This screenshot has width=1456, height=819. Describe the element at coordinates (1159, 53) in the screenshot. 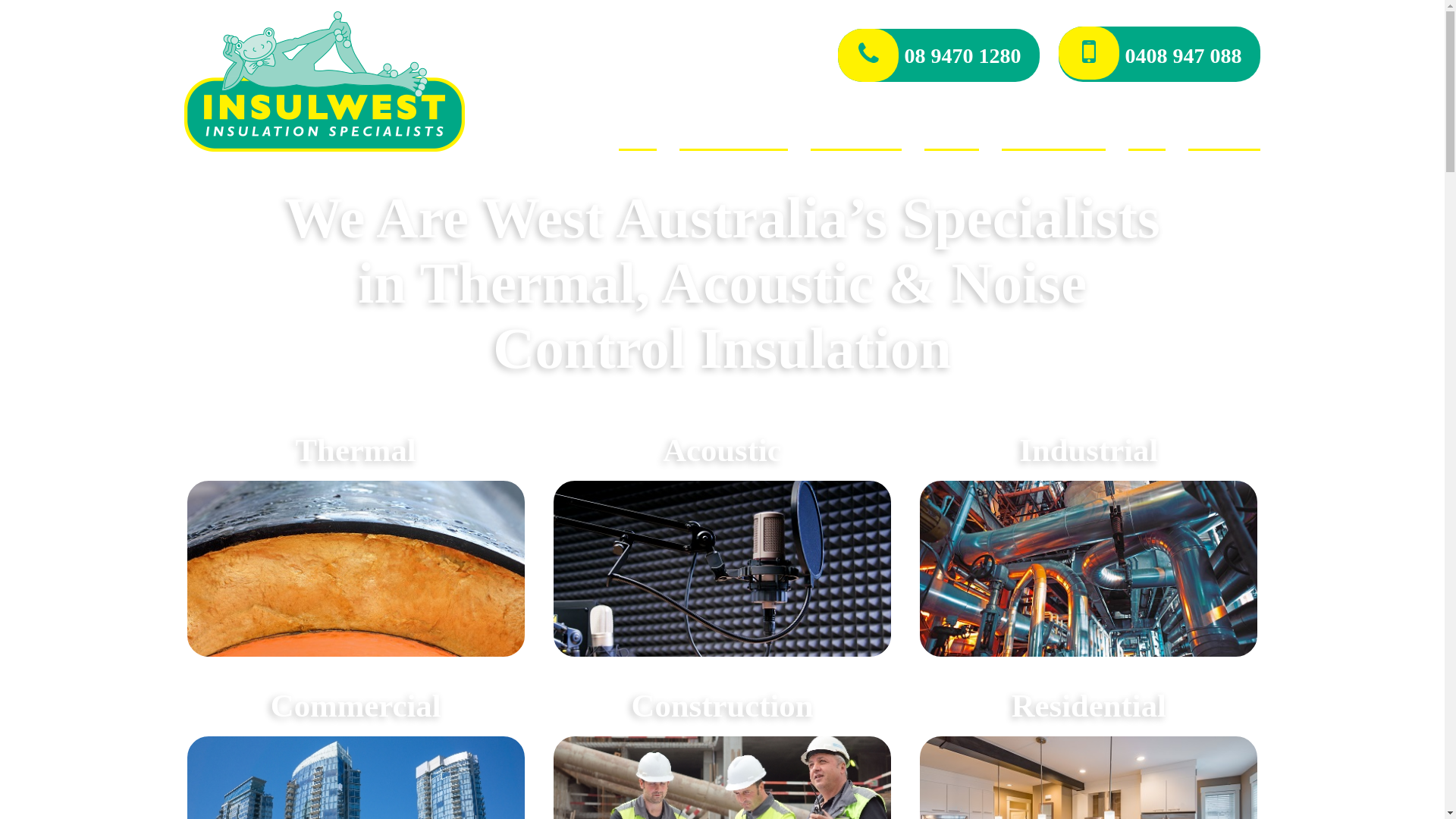

I see `'0408 947 088'` at that location.